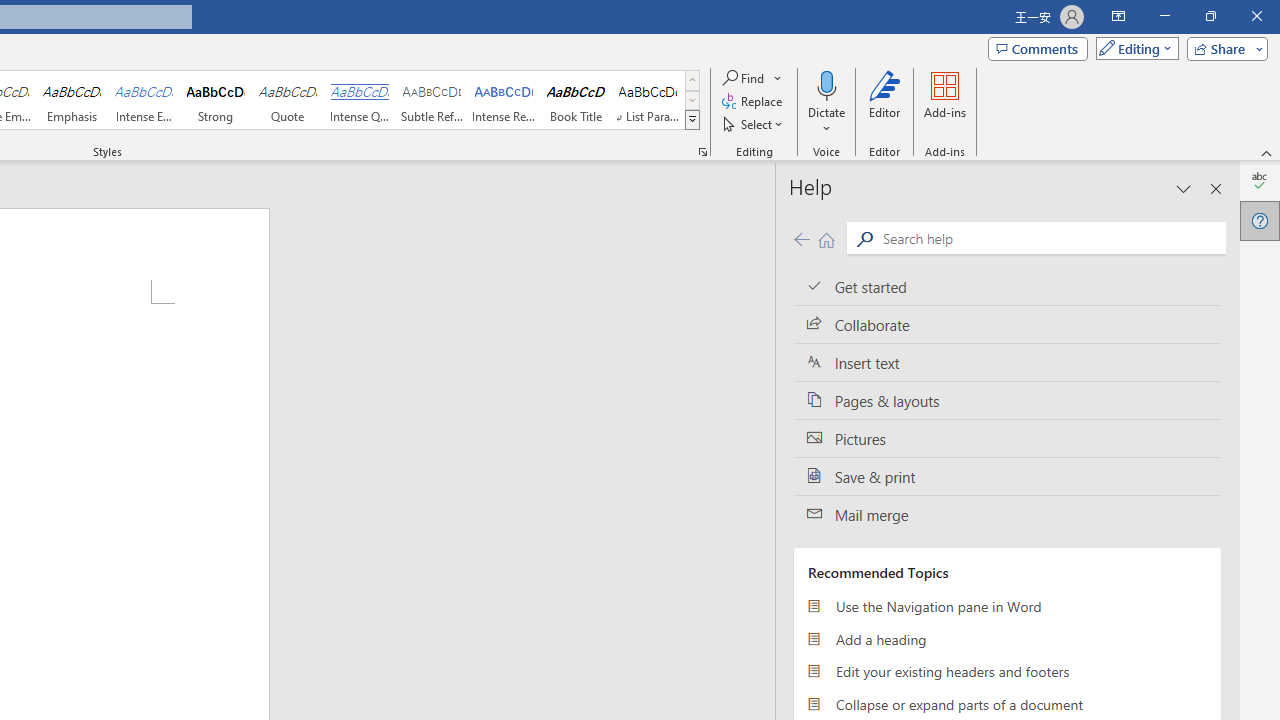 Image resolution: width=1280 pixels, height=720 pixels. What do you see at coordinates (1209, 16) in the screenshot?
I see `'Restore Down'` at bounding box center [1209, 16].